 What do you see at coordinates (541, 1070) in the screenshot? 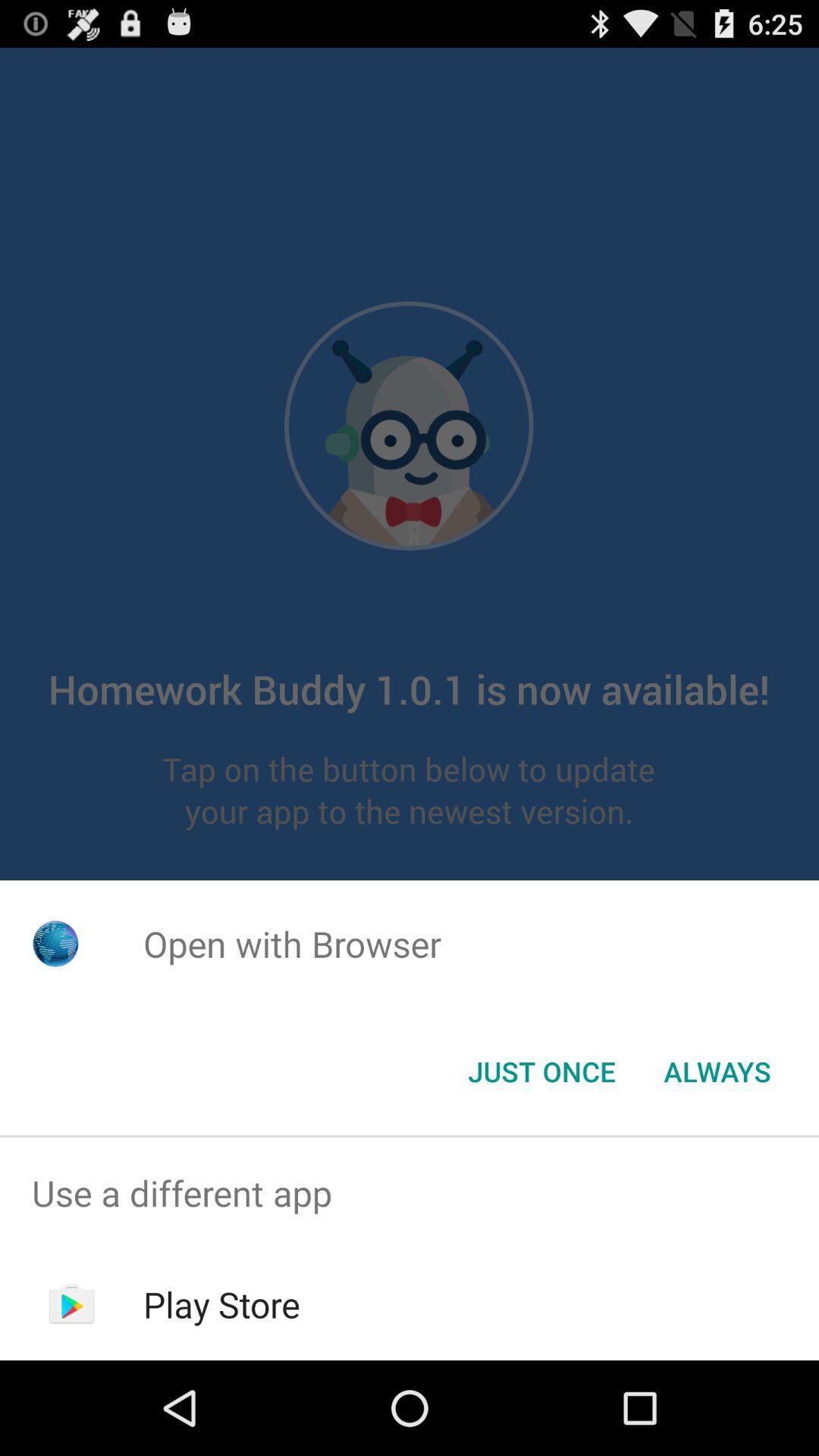
I see `the item next to the always item` at bounding box center [541, 1070].